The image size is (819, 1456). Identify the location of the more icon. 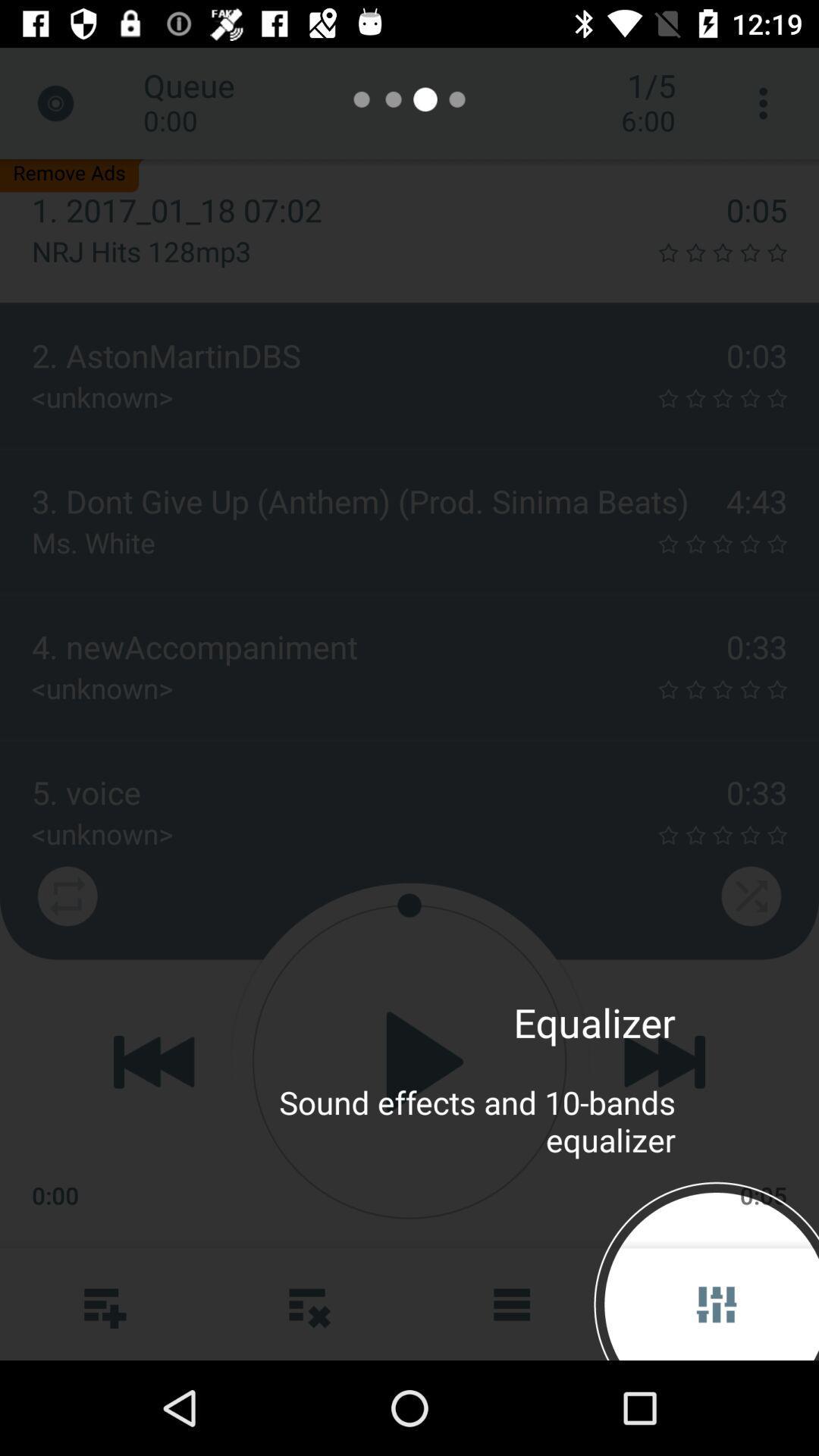
(307, 1304).